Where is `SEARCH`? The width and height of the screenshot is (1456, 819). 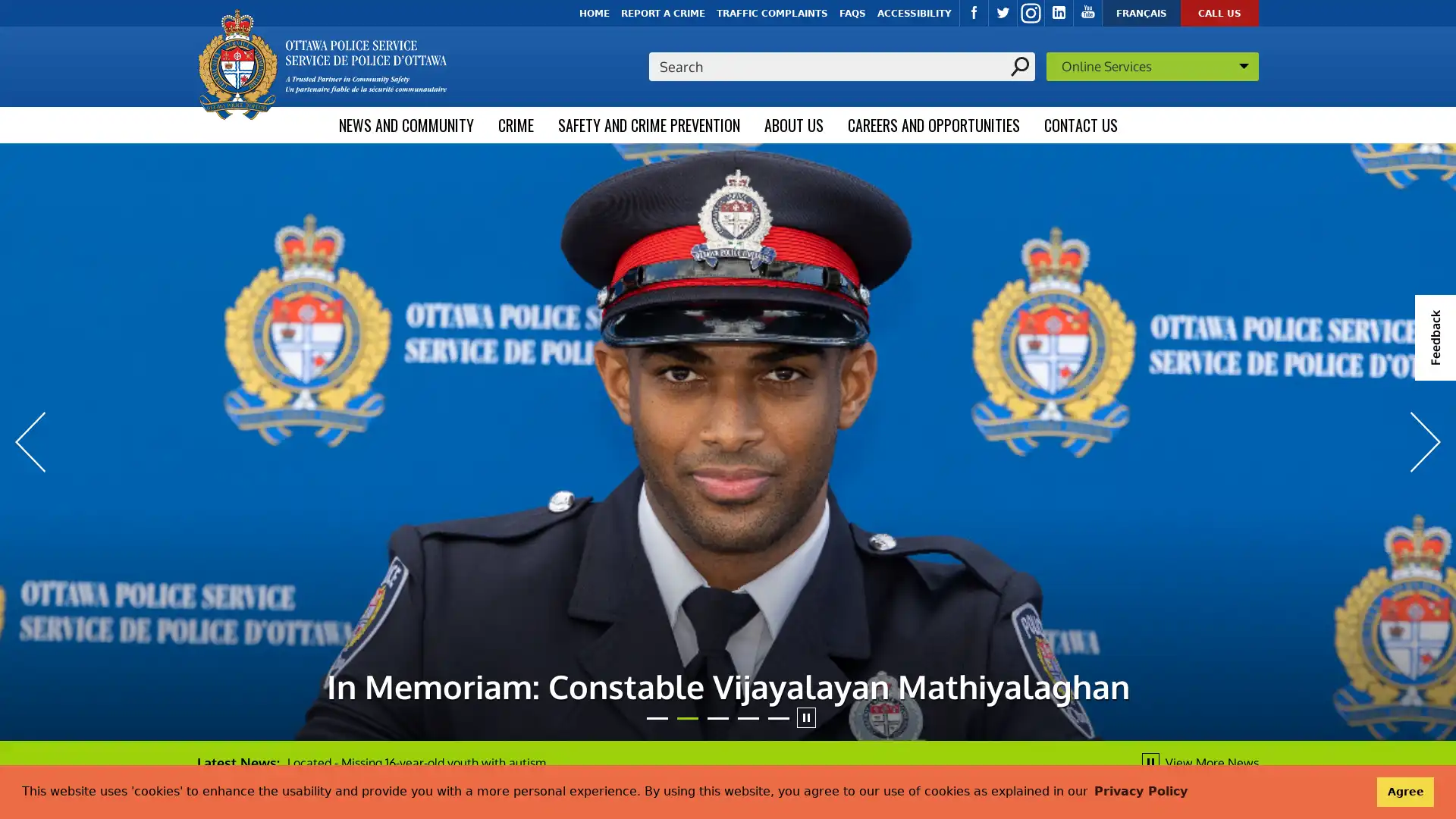
SEARCH is located at coordinates (1019, 65).